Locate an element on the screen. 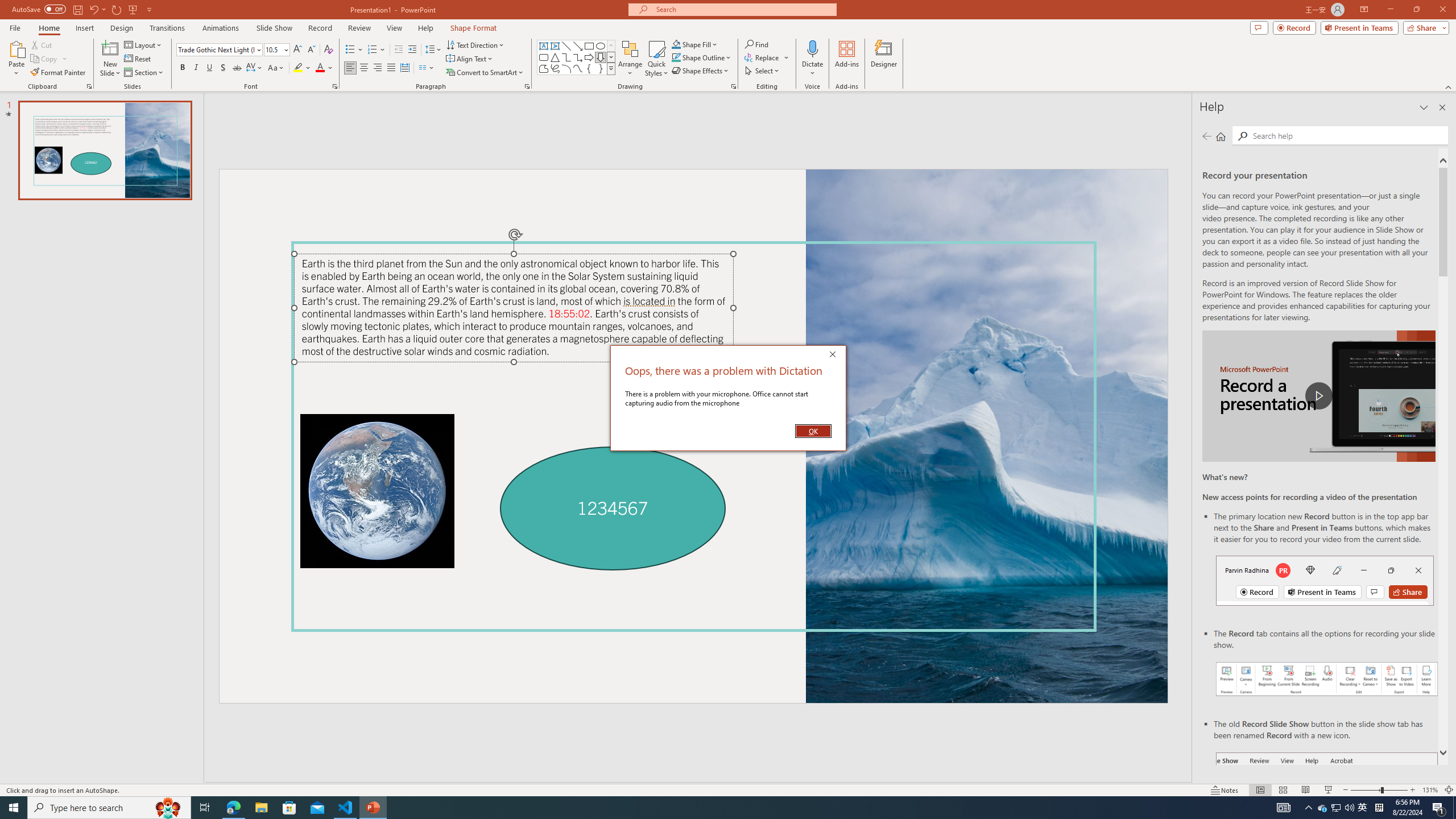 Image resolution: width=1456 pixels, height=819 pixels. 'Paste' is located at coordinates (16, 59).